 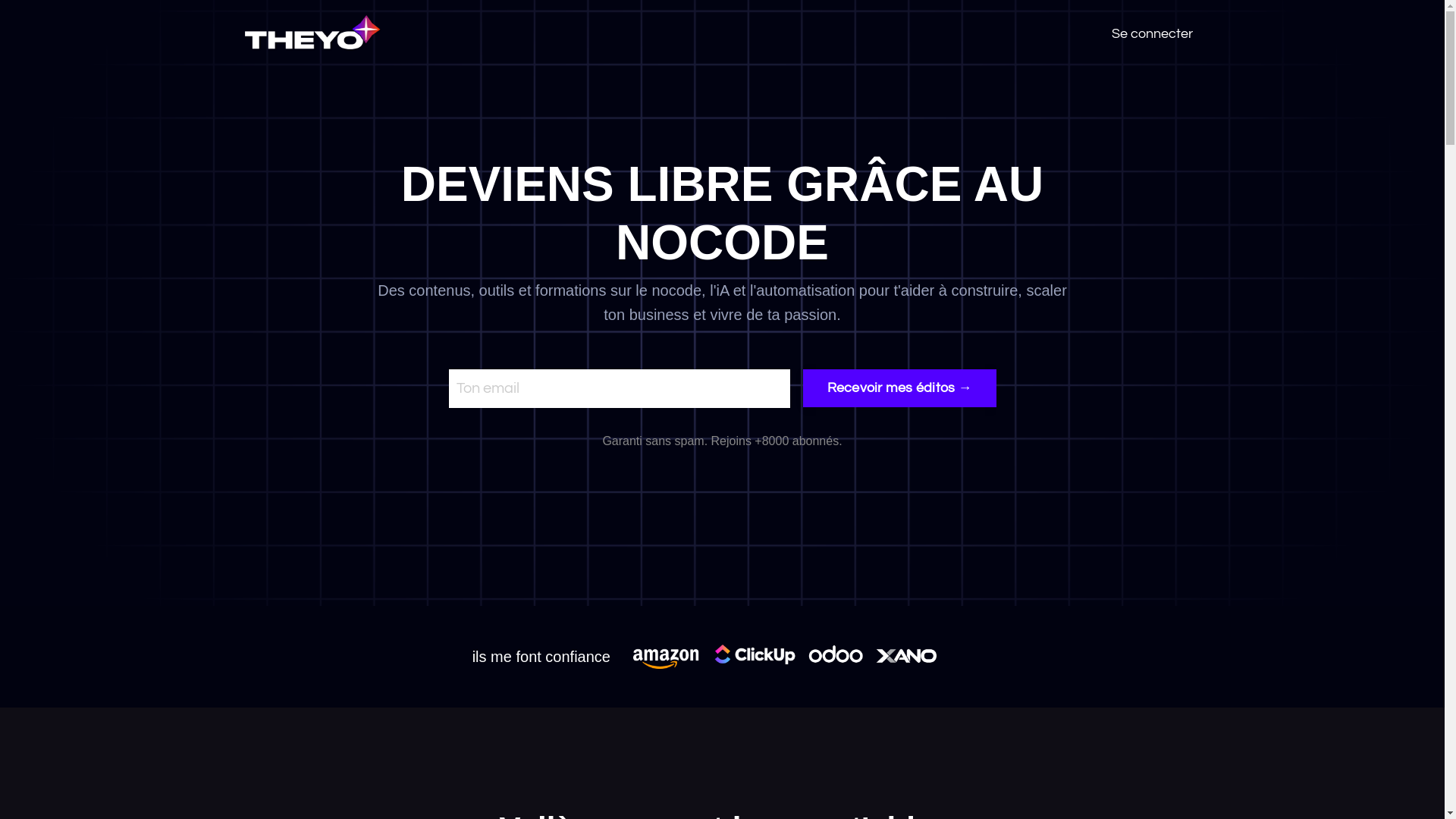 I want to click on 'Se connecter', so click(x=1152, y=33).